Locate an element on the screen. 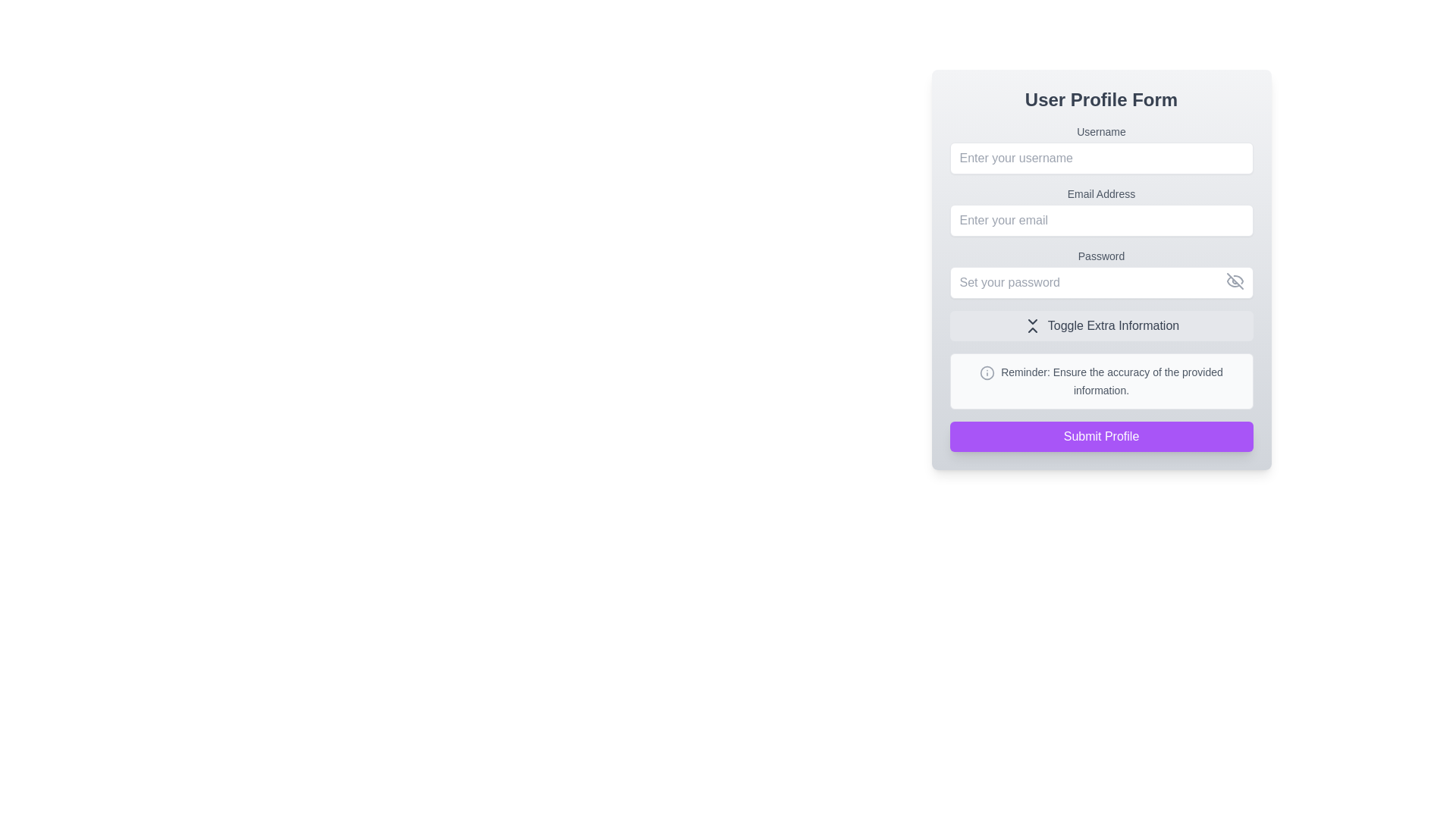 Image resolution: width=1456 pixels, height=819 pixels. the Icon button located at the far right of the password input field is located at coordinates (1235, 281).